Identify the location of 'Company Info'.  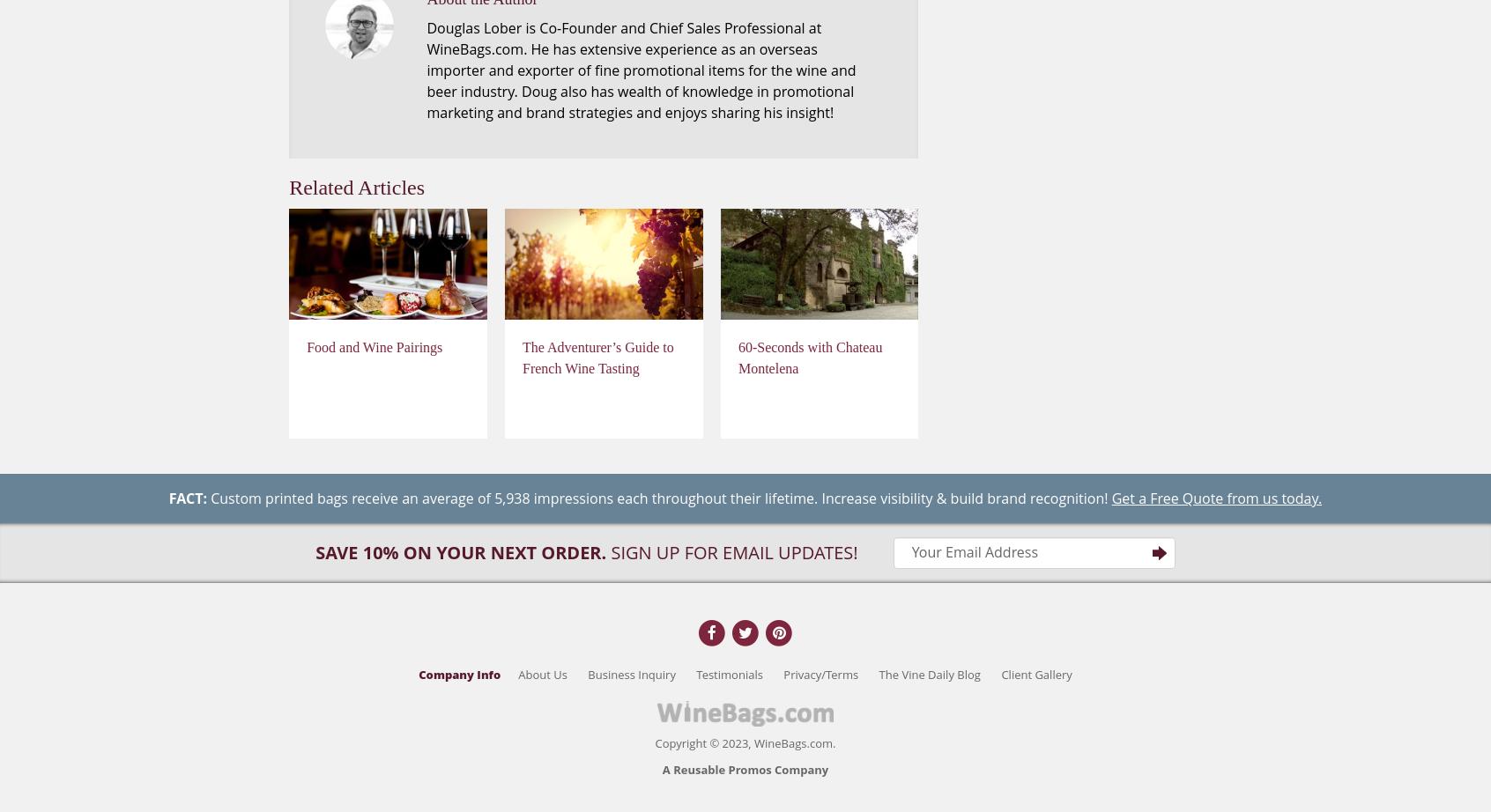
(459, 672).